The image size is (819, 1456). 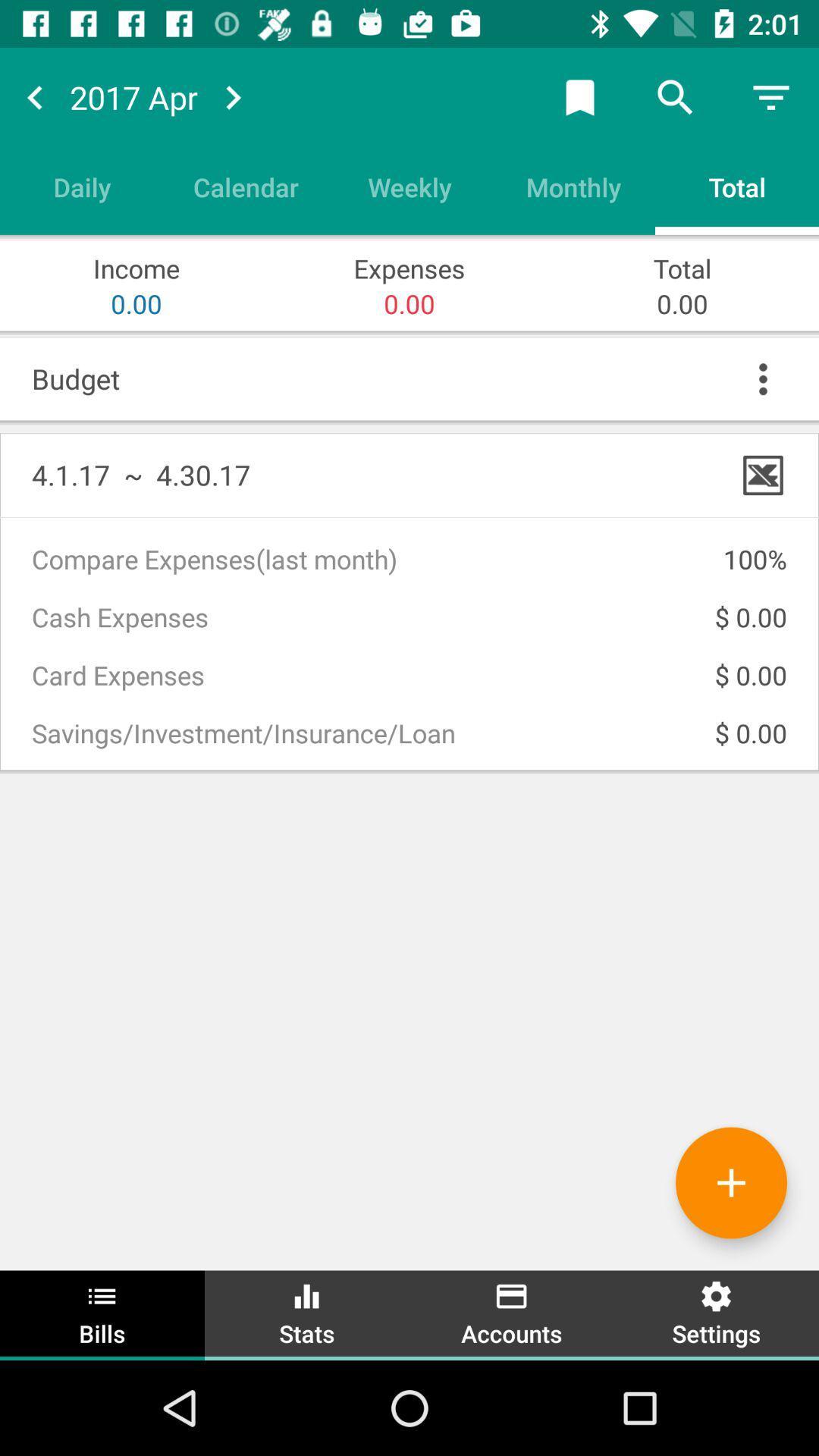 What do you see at coordinates (245, 186) in the screenshot?
I see `the icon below 2017 apr` at bounding box center [245, 186].